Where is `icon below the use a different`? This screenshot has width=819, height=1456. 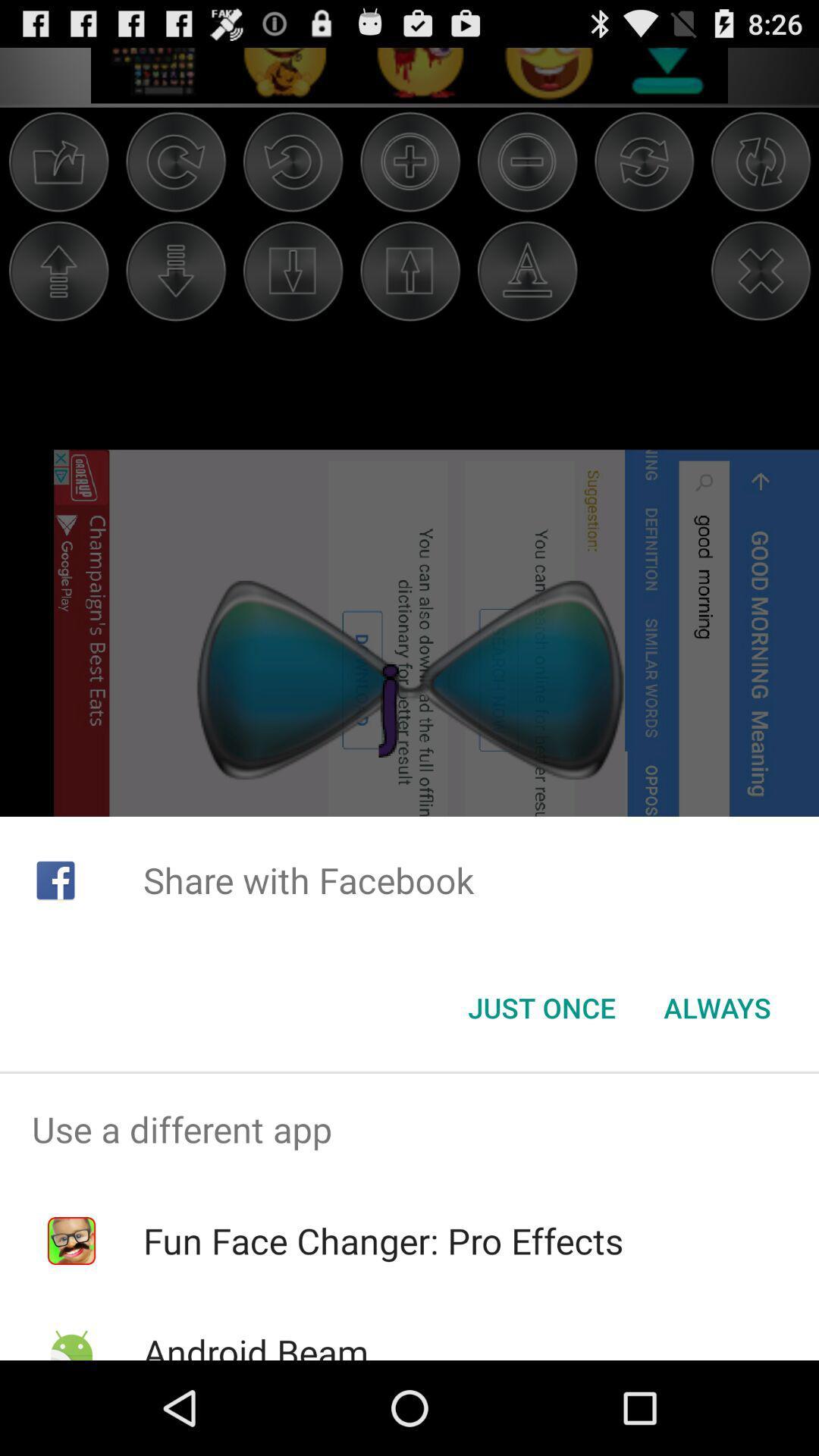
icon below the use a different is located at coordinates (382, 1241).